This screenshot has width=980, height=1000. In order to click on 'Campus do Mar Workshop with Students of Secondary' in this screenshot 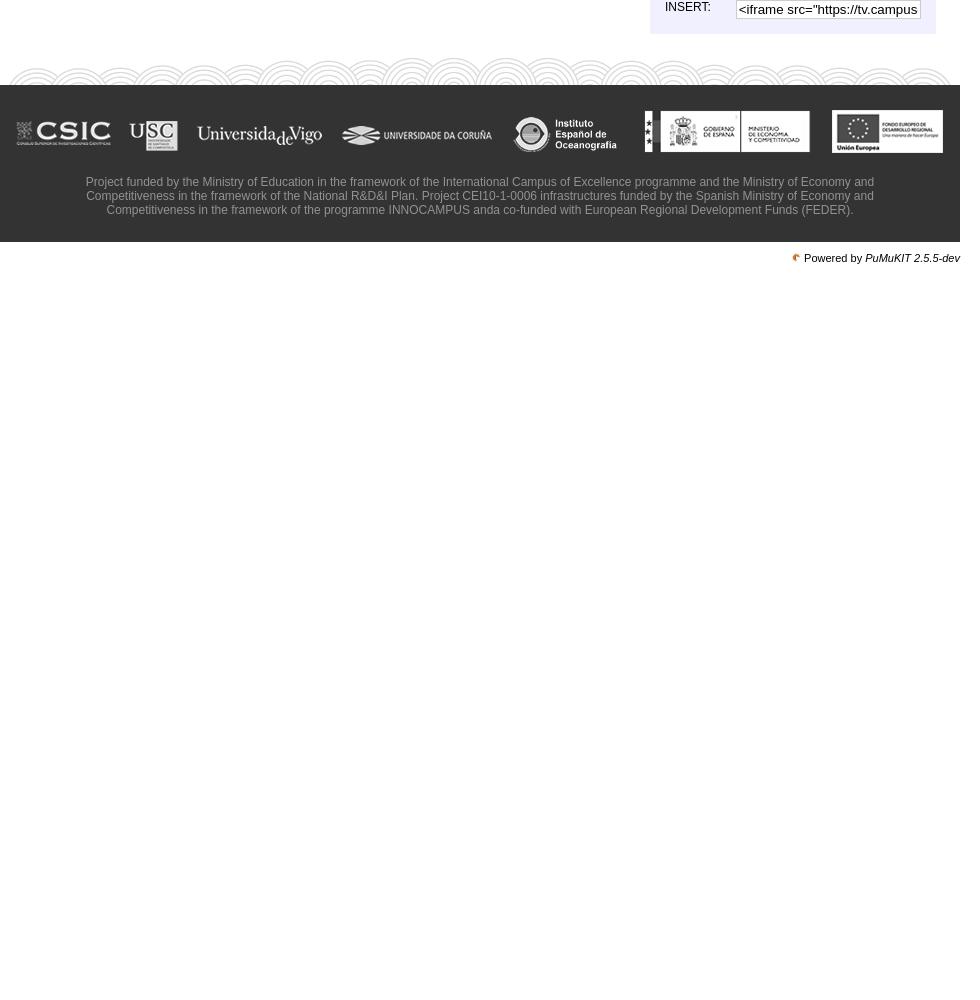, I will do `click(749, 58)`.